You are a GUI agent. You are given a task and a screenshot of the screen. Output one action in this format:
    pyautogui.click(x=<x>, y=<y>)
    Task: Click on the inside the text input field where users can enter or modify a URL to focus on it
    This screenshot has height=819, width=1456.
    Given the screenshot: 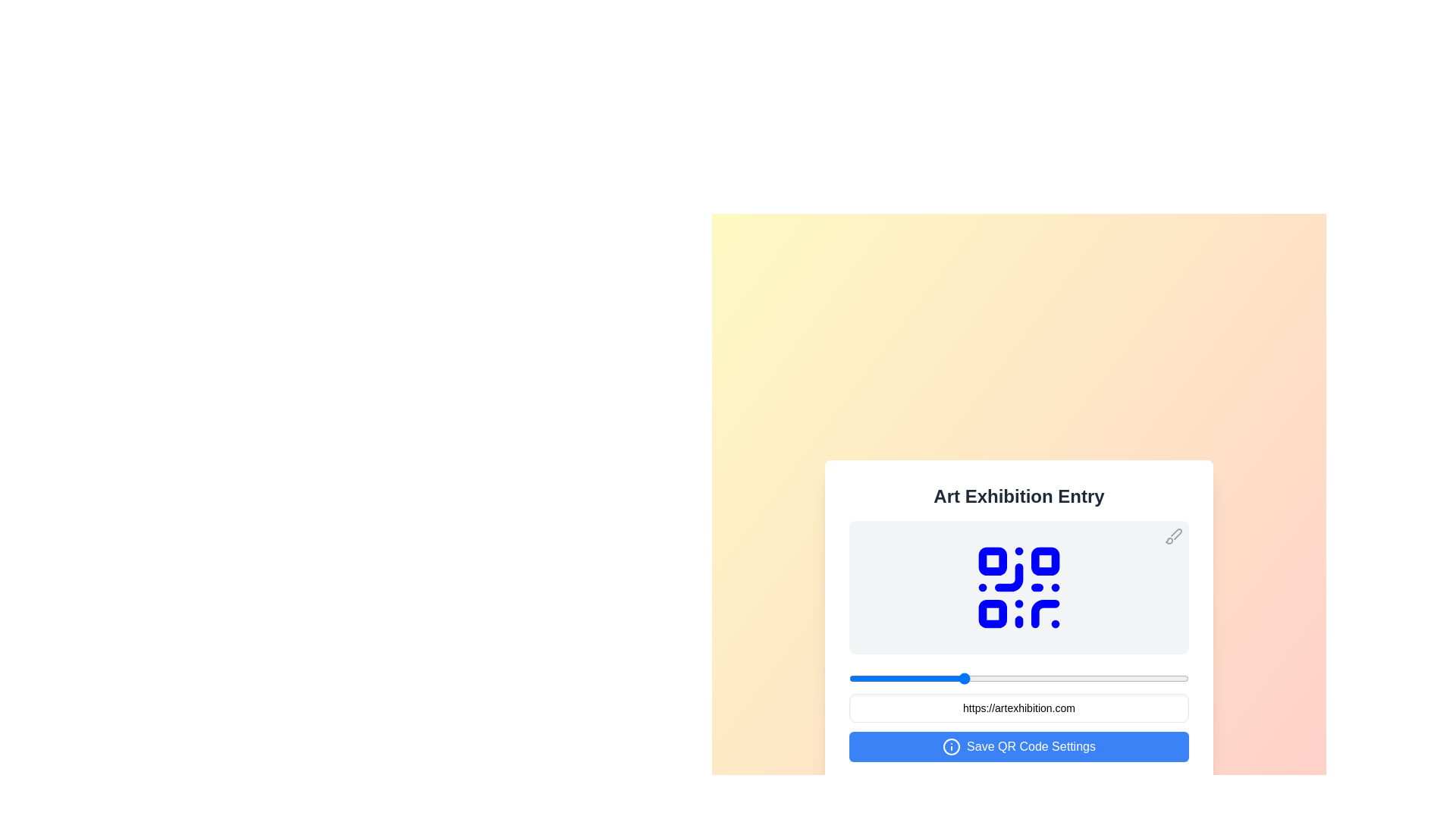 What is the action you would take?
    pyautogui.click(x=1019, y=708)
    